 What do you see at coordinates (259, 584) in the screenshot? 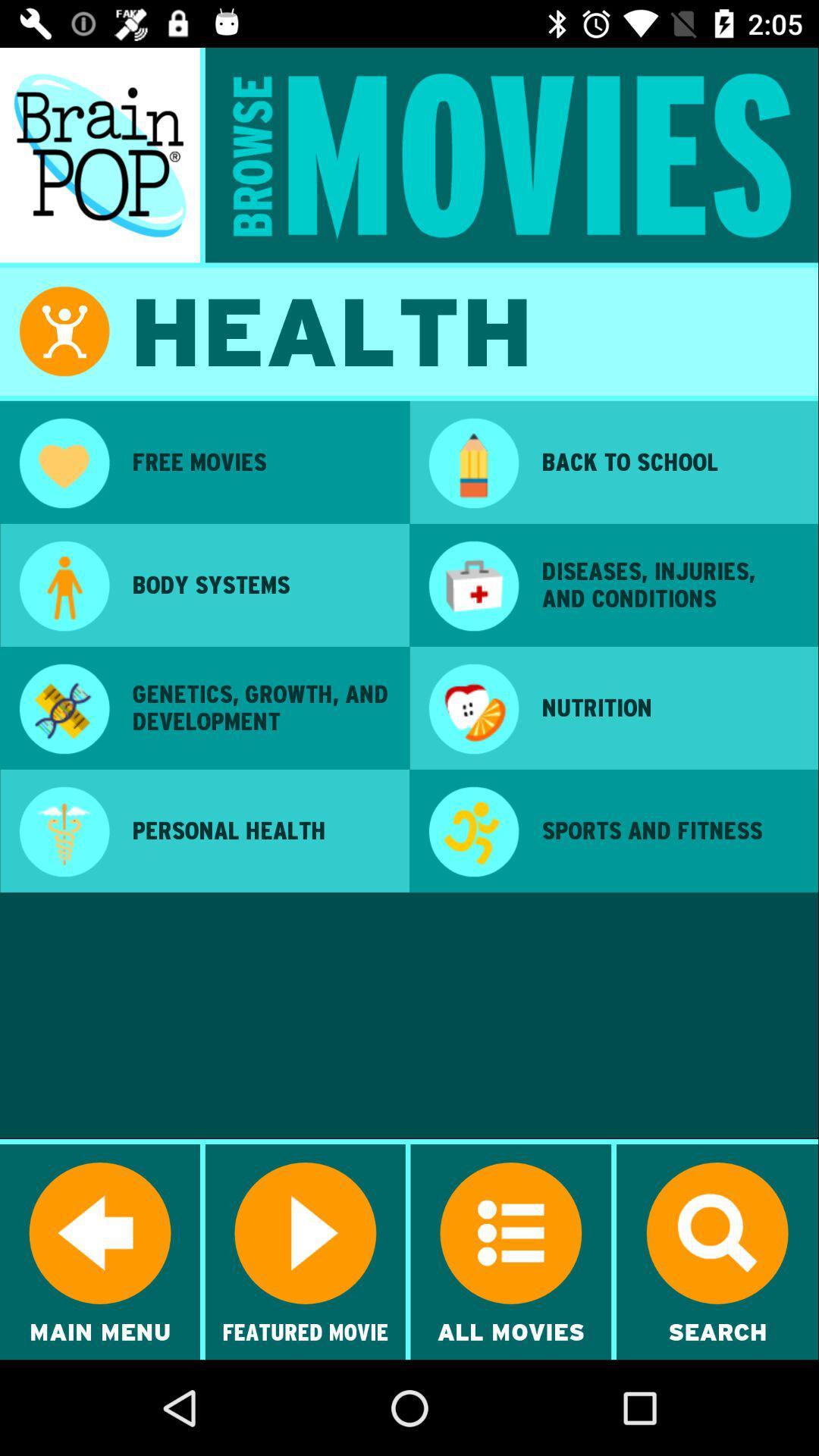
I see `the body systems icon` at bounding box center [259, 584].